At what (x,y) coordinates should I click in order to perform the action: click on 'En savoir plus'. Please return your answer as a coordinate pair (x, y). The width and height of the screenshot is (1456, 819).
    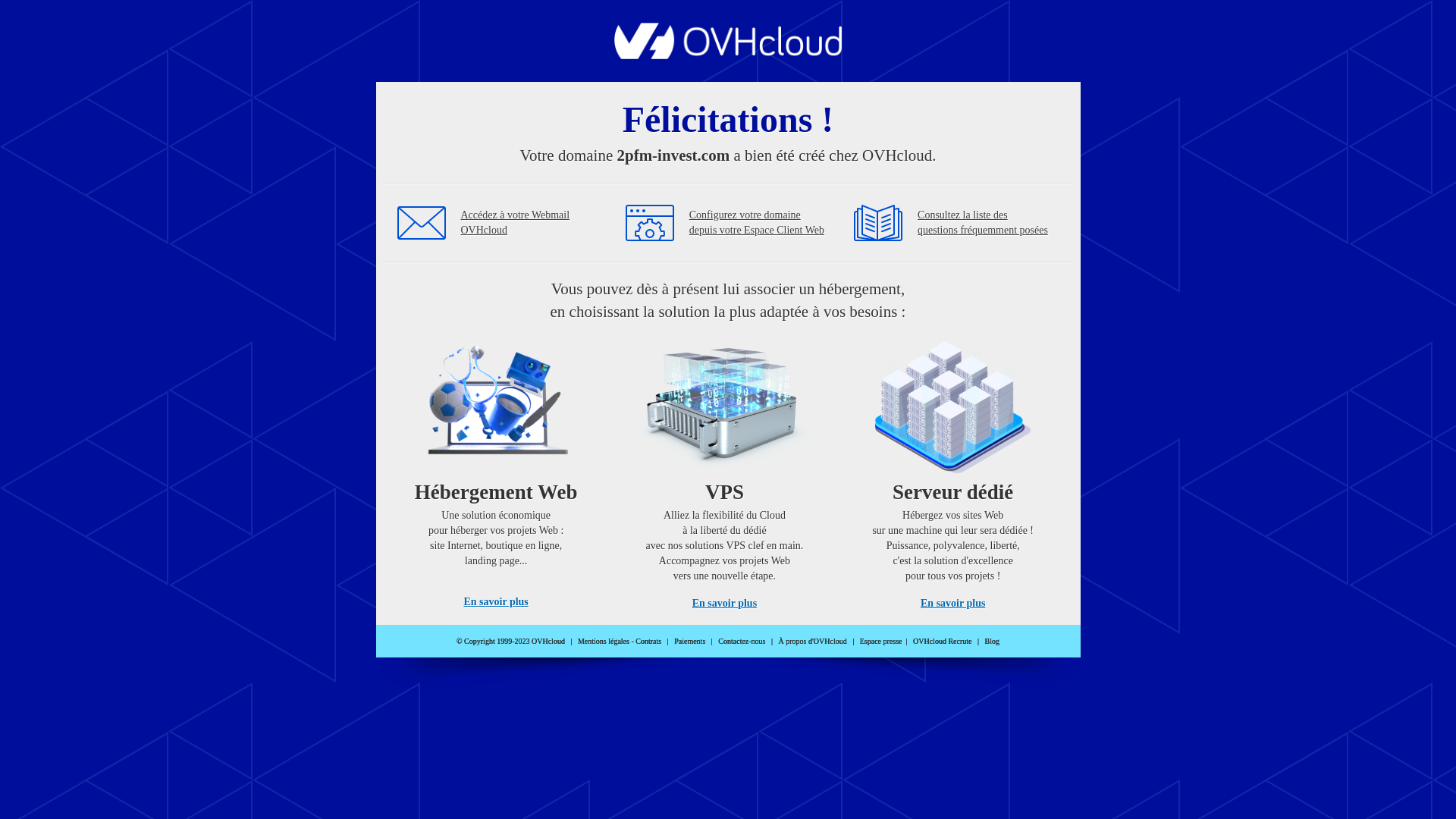
    Looking at the image, I should click on (723, 602).